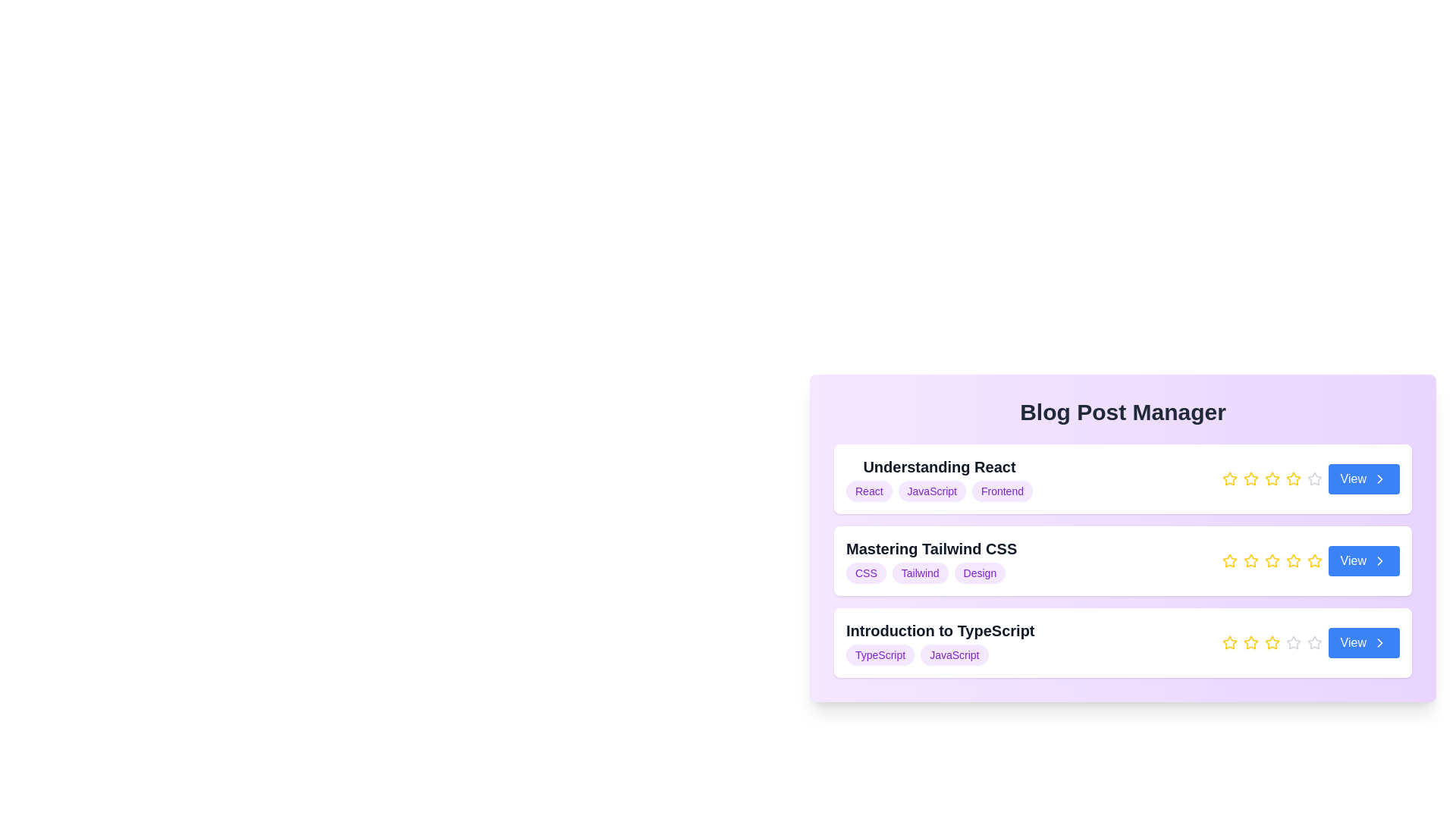 This screenshot has height=819, width=1456. I want to click on the second star in the 5-star rating system under the title 'Blog Post Manager' for the 'Introduction to TypeScript' post, so click(1250, 642).